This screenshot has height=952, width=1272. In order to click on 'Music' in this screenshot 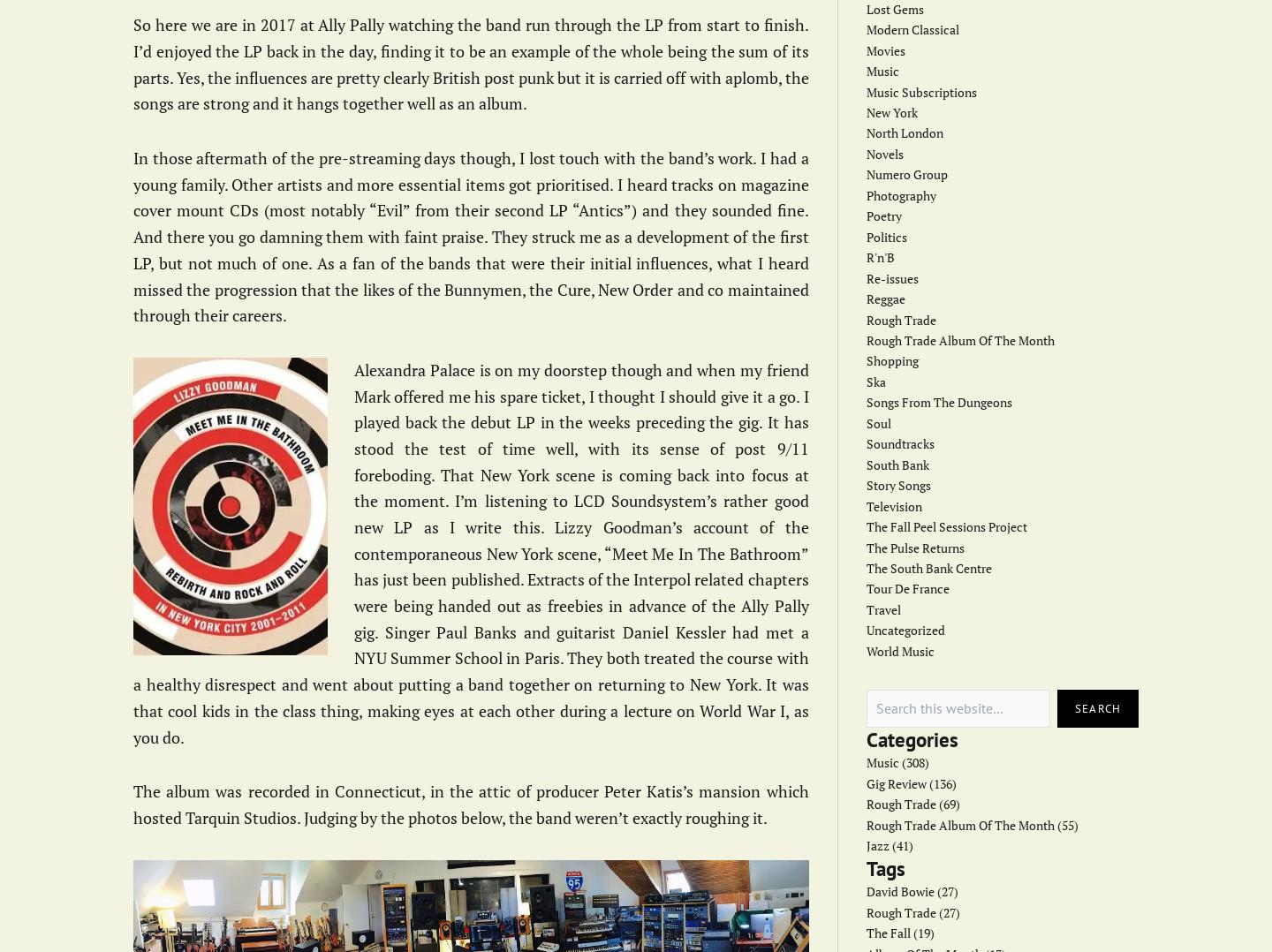, I will do `click(881, 70)`.